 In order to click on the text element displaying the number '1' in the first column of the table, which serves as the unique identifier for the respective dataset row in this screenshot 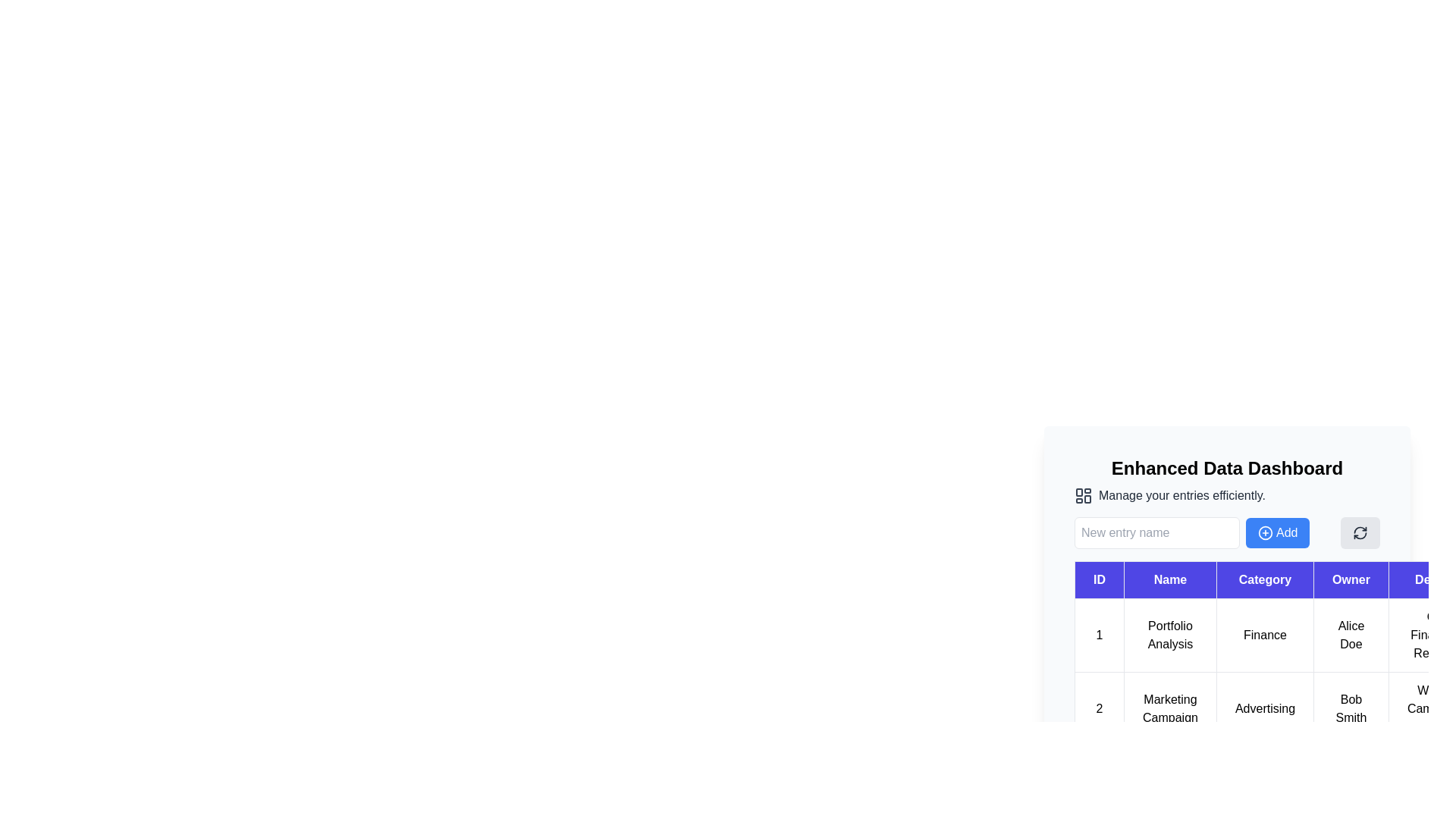, I will do `click(1099, 635)`.